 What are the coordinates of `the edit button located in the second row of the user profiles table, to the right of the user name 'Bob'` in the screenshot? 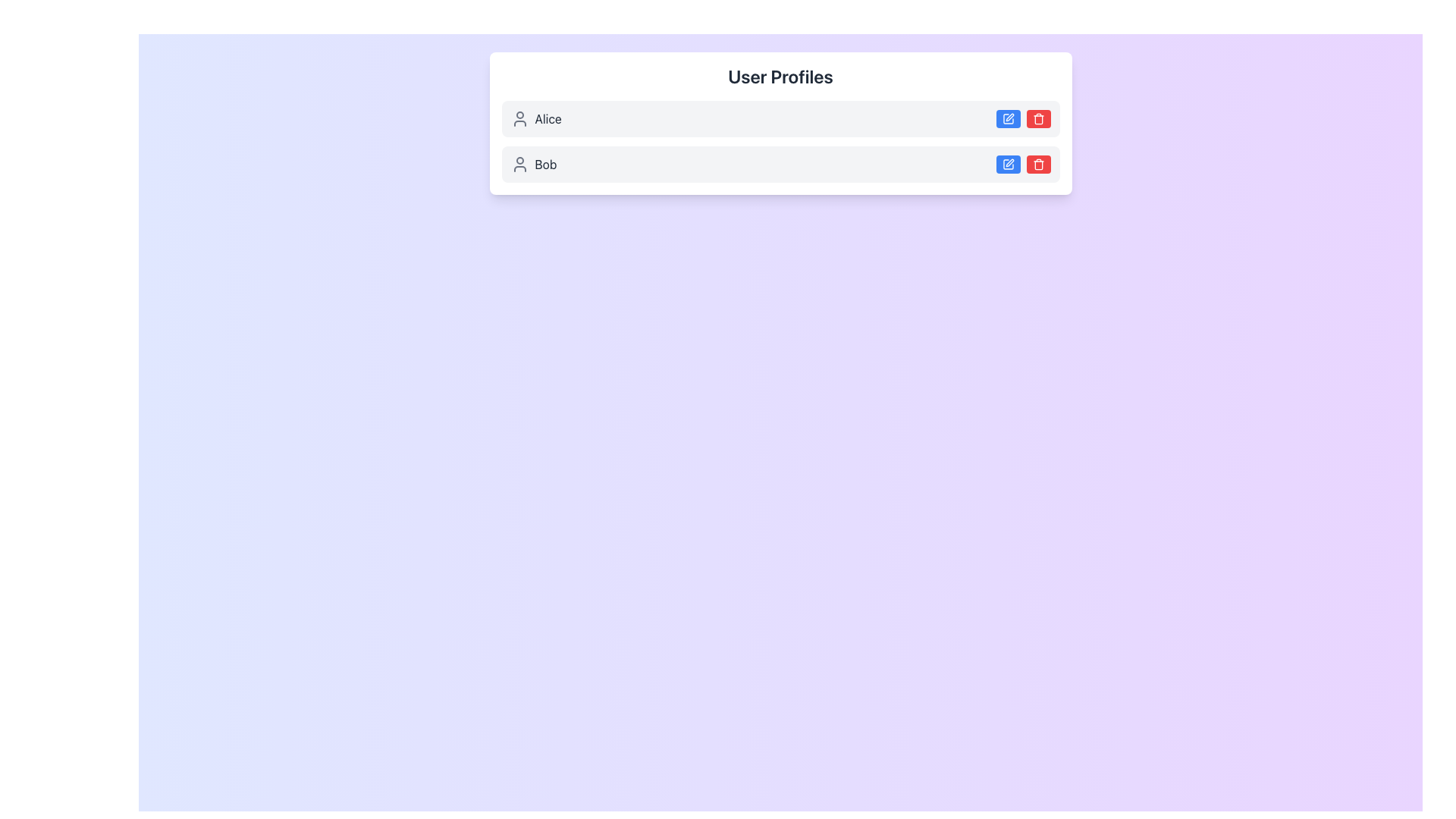 It's located at (1008, 164).